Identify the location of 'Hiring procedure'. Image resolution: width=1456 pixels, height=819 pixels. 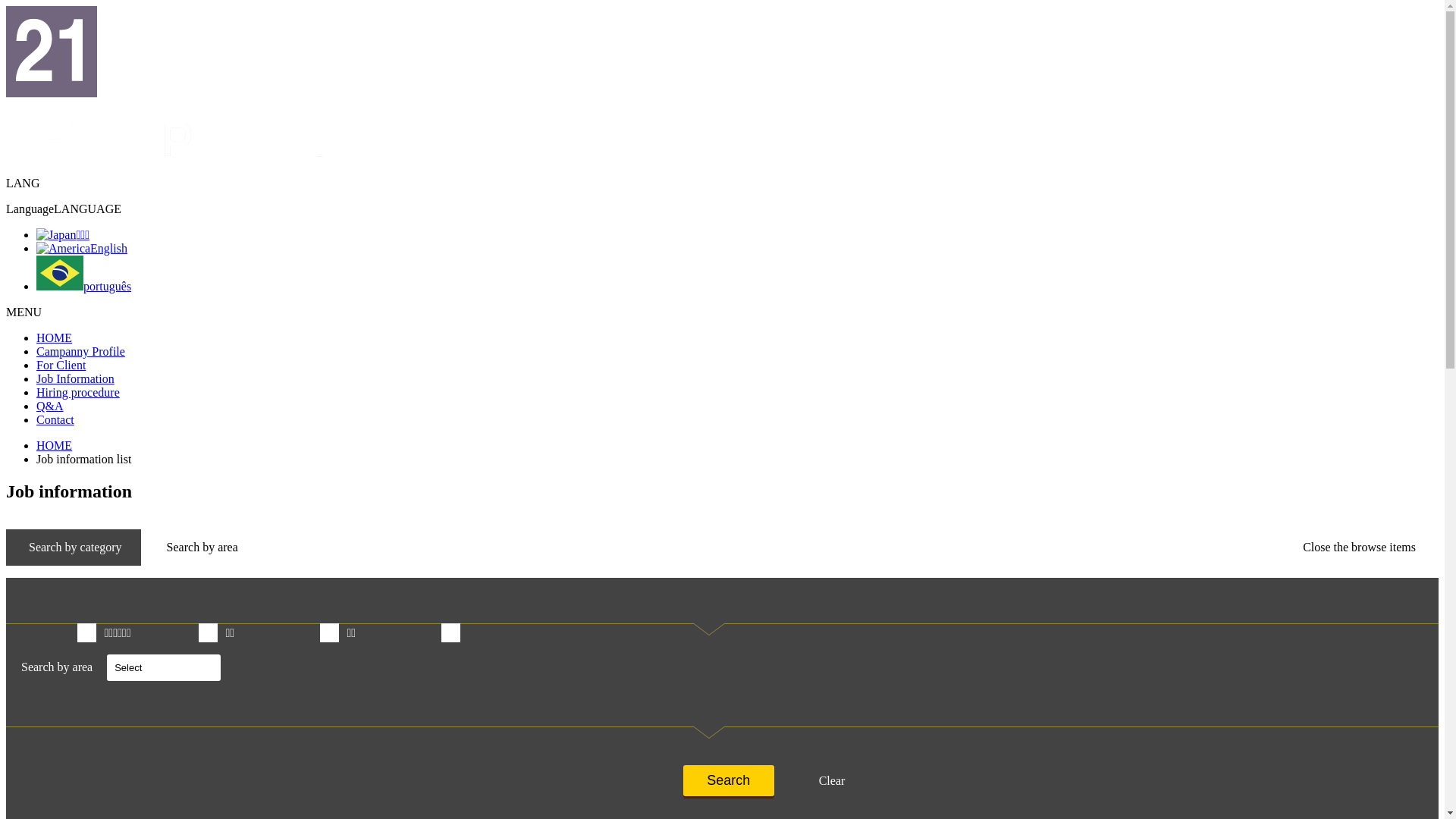
(77, 391).